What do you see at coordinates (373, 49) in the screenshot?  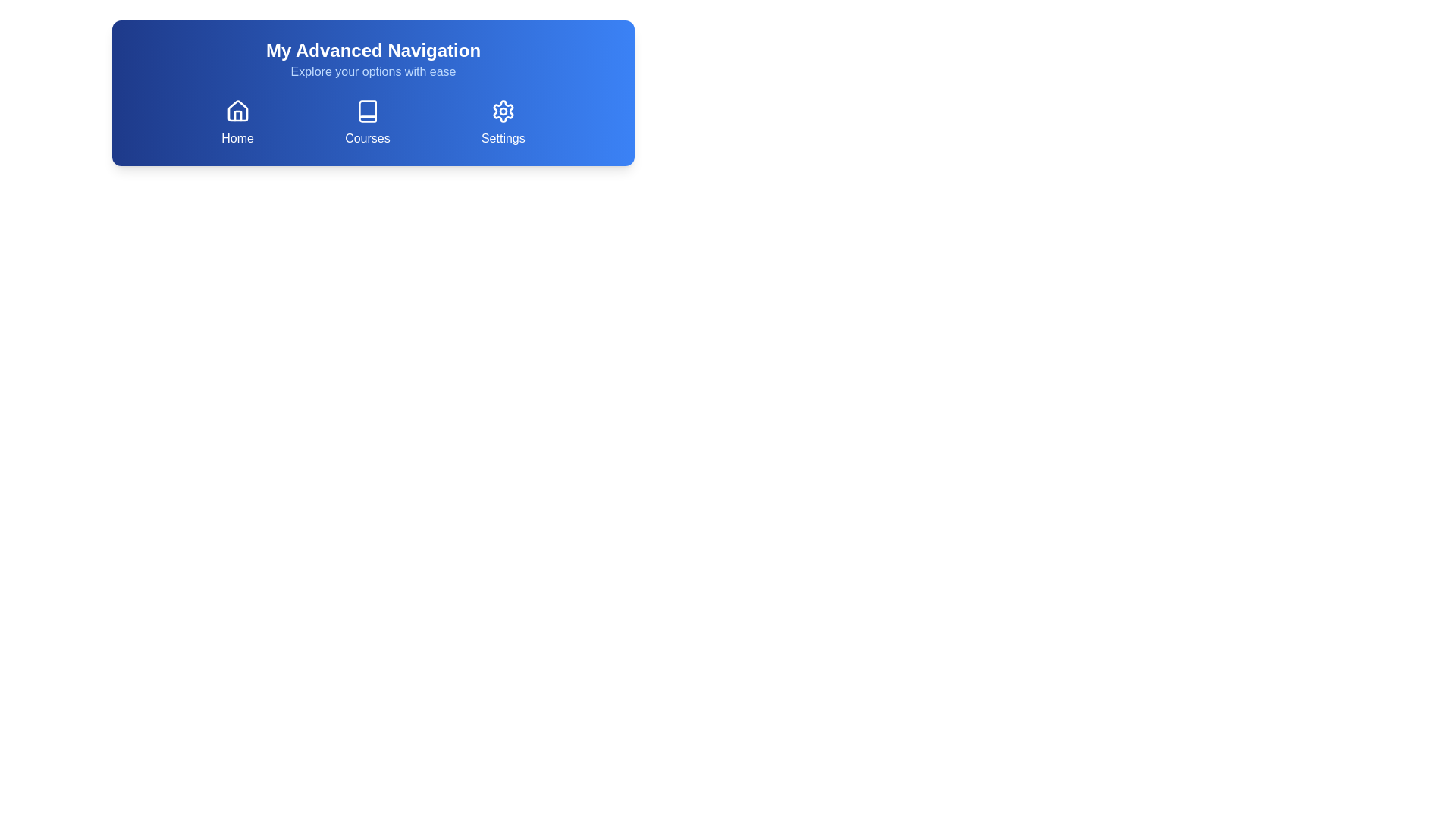 I see `the title text element located at the top-central region of the interface, which serves as a heading and is positioned above another text element that reads 'Explore your options with ease'` at bounding box center [373, 49].